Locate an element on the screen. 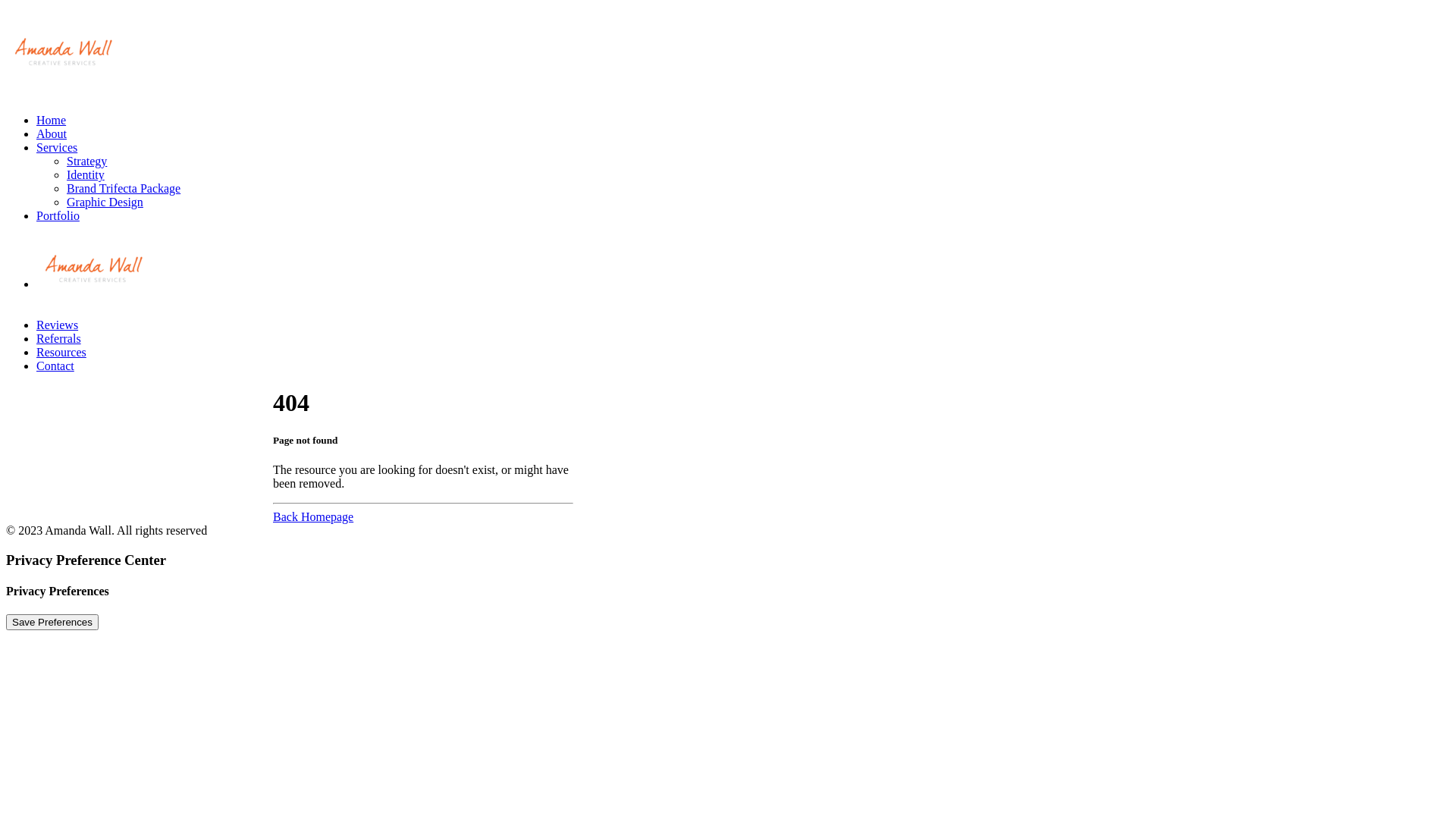 The image size is (1456, 819). 'Brand Trifecta Package' is located at coordinates (124, 187).